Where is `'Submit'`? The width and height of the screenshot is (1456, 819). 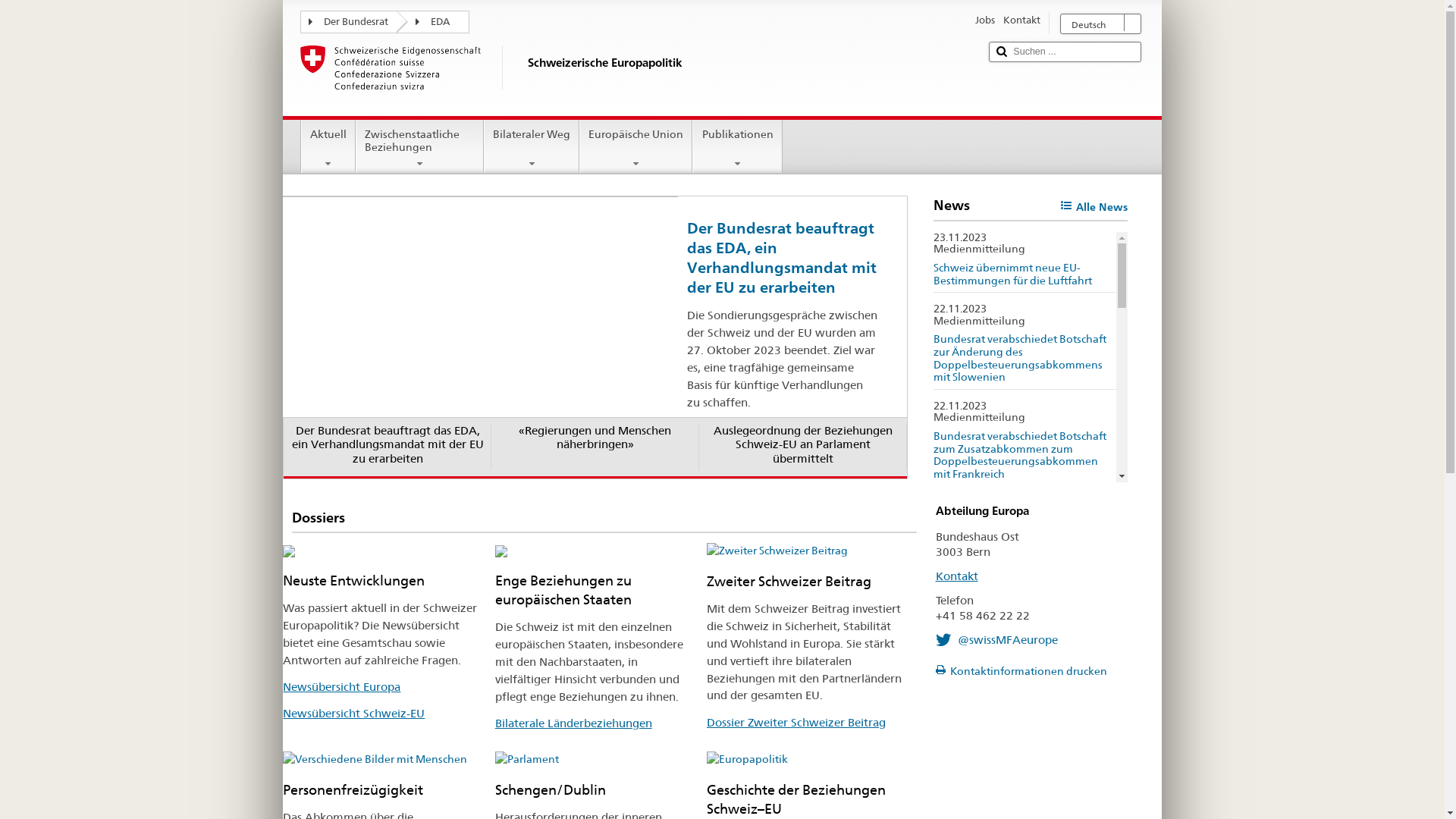 'Submit' is located at coordinates (1001, 51).